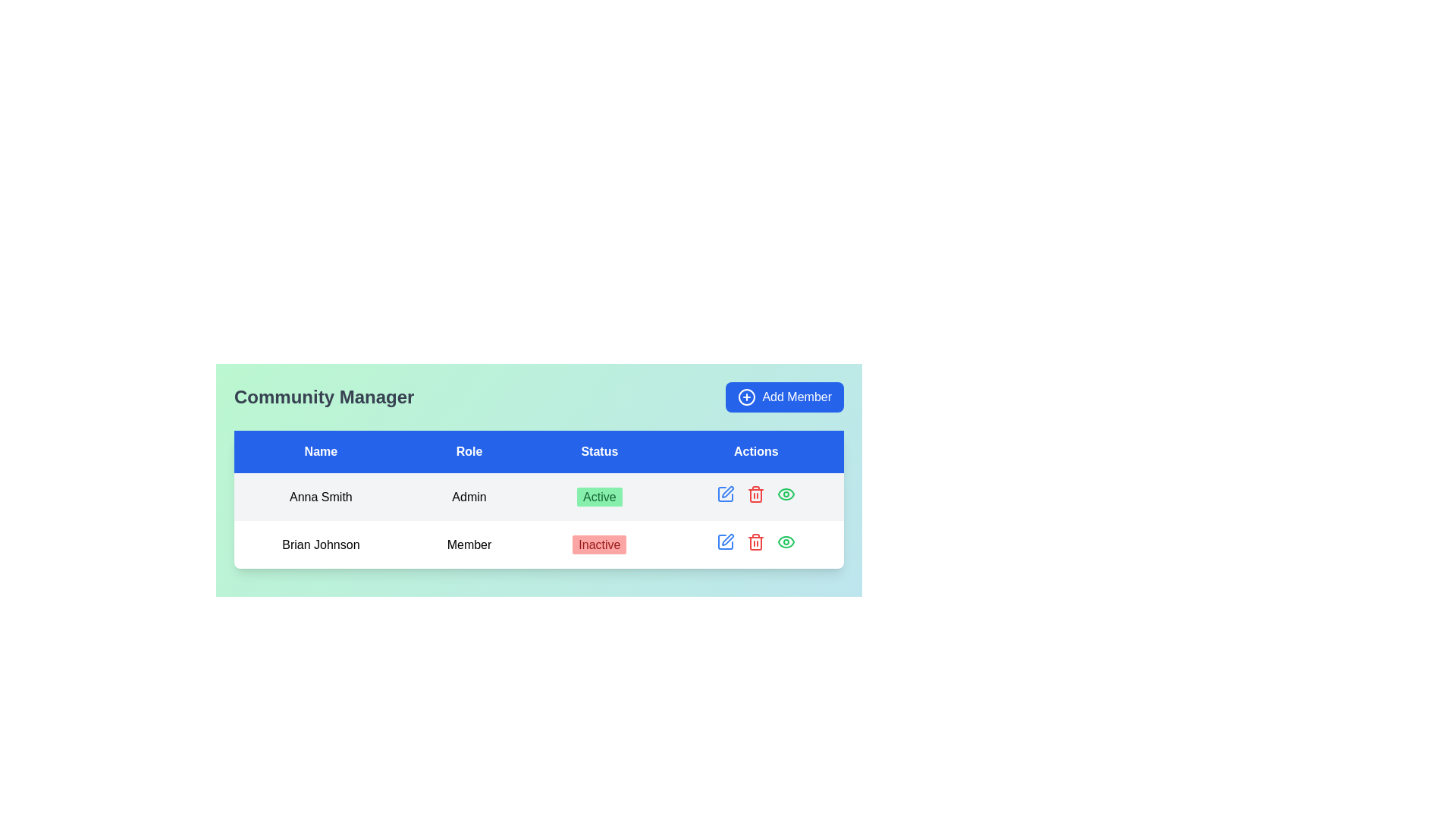 The width and height of the screenshot is (1456, 819). Describe the element at coordinates (725, 541) in the screenshot. I see `the edit icon located in the Actions column of the second row of the table` at that location.